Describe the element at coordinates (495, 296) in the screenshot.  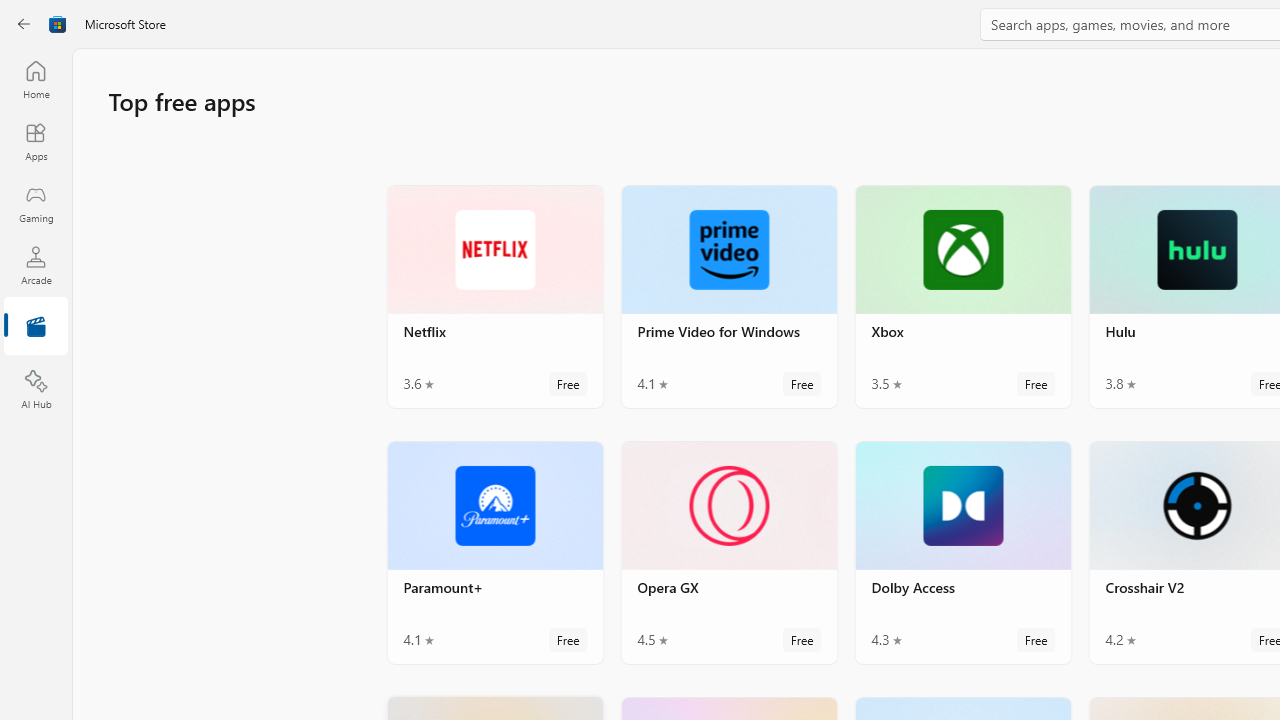
I see `'Netflix. Average rating of 3.6 out of five stars. Free  '` at that location.